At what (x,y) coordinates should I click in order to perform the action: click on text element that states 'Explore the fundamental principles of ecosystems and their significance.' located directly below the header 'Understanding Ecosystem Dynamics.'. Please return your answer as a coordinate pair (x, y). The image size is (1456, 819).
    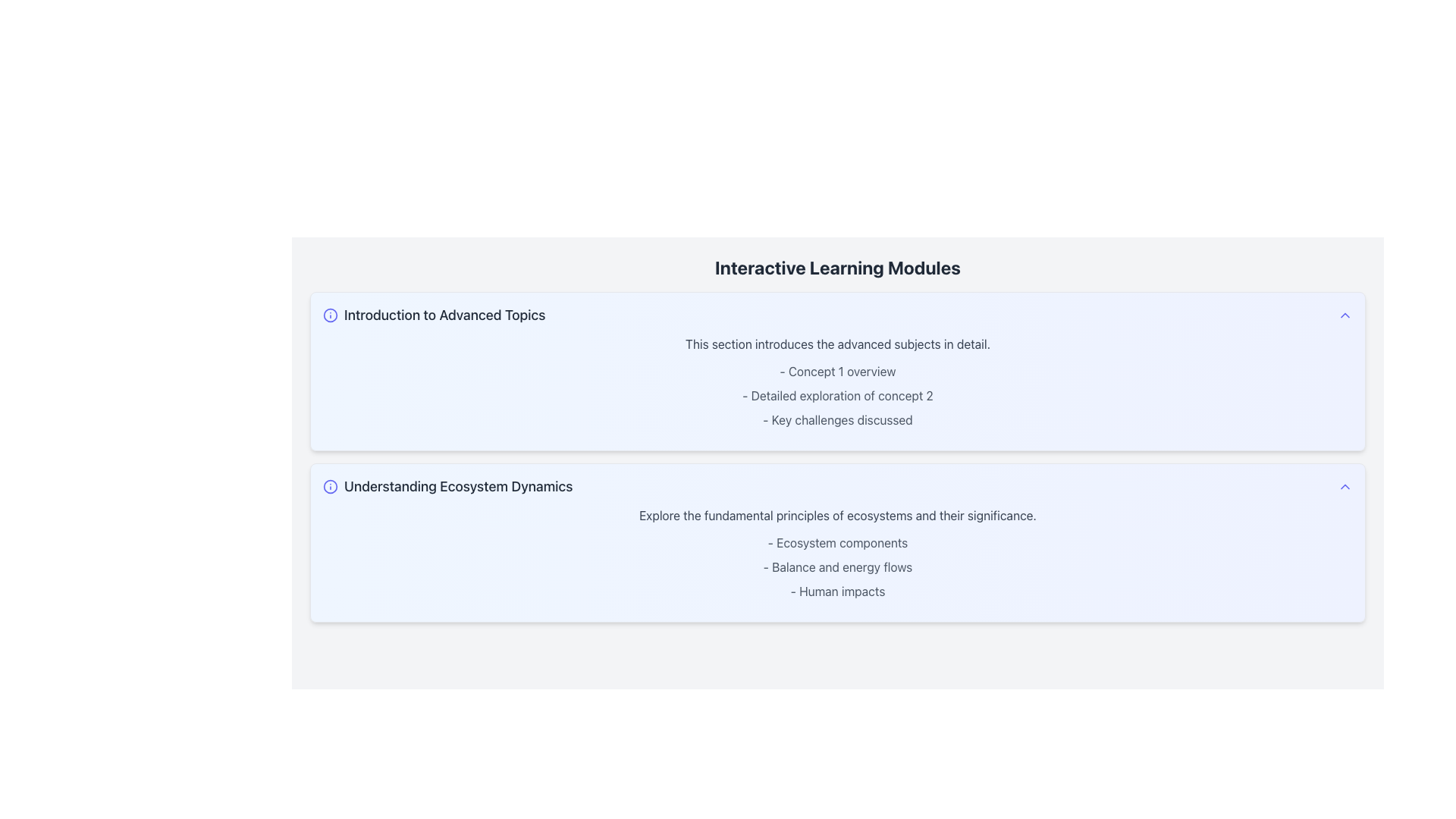
    Looking at the image, I should click on (836, 514).